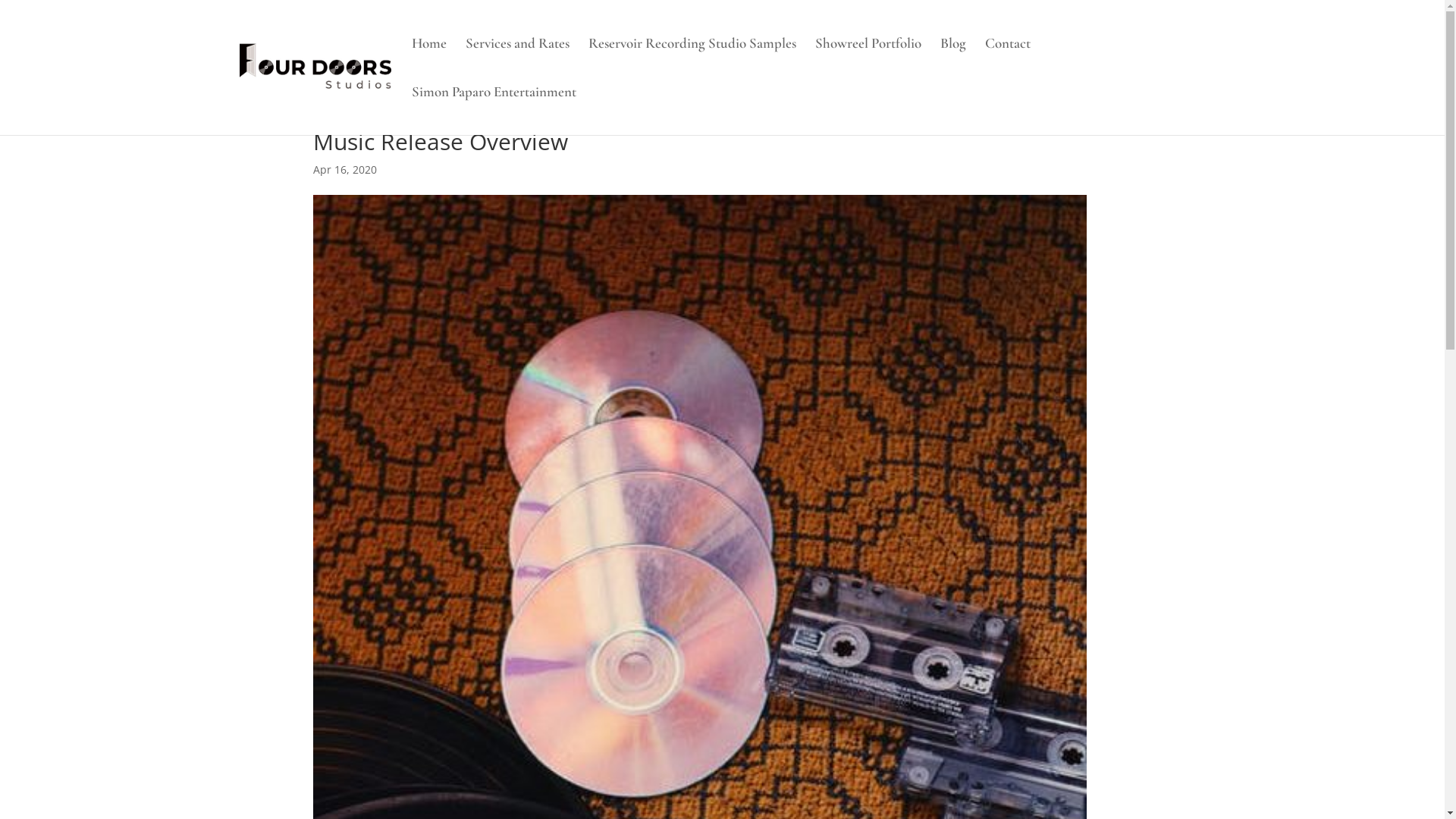 The image size is (1456, 819). Describe the element at coordinates (428, 61) in the screenshot. I see `'Home'` at that location.